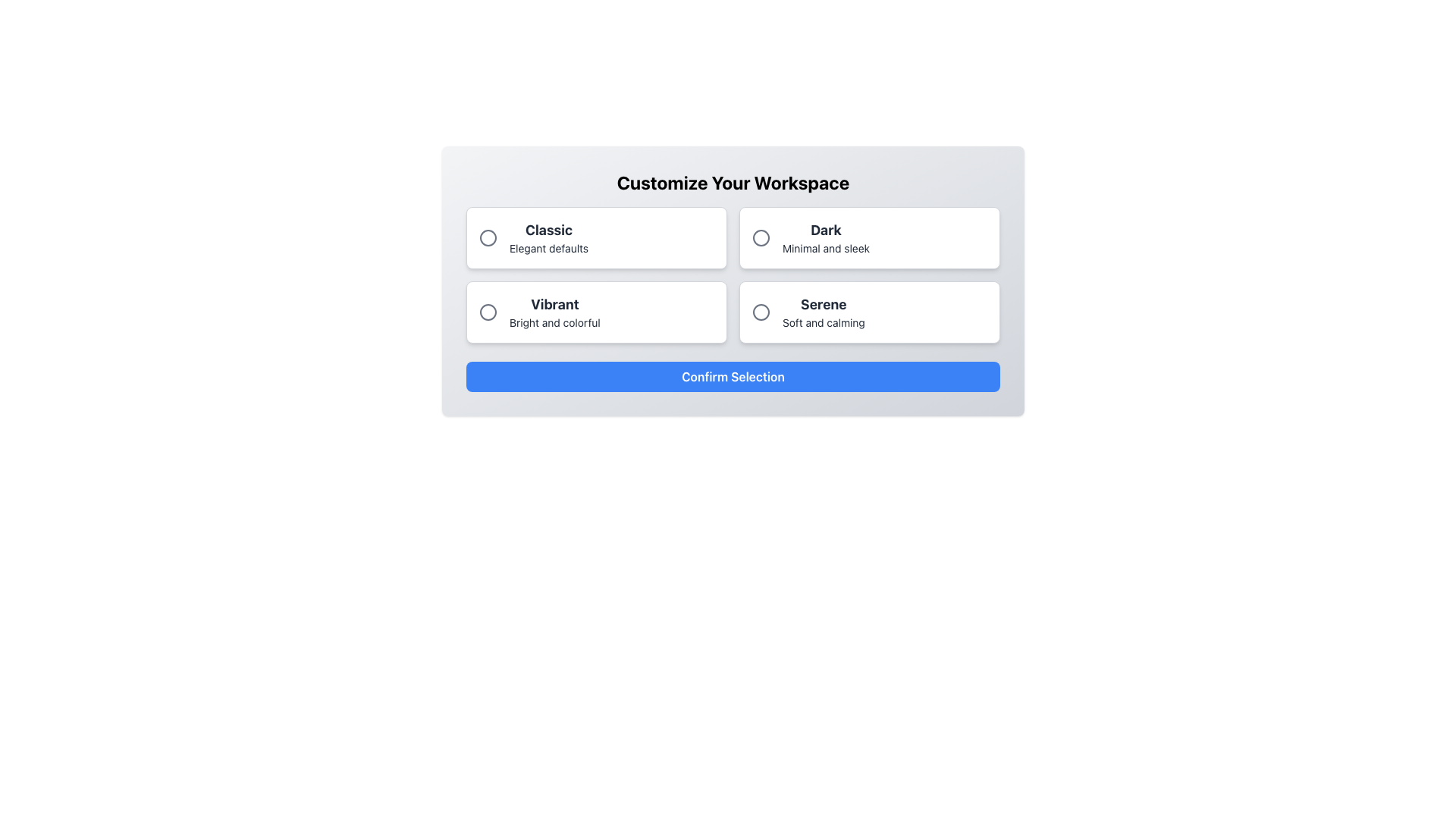 This screenshot has width=1456, height=819. What do you see at coordinates (596, 237) in the screenshot?
I see `the 'Classic' theme selectable card` at bounding box center [596, 237].